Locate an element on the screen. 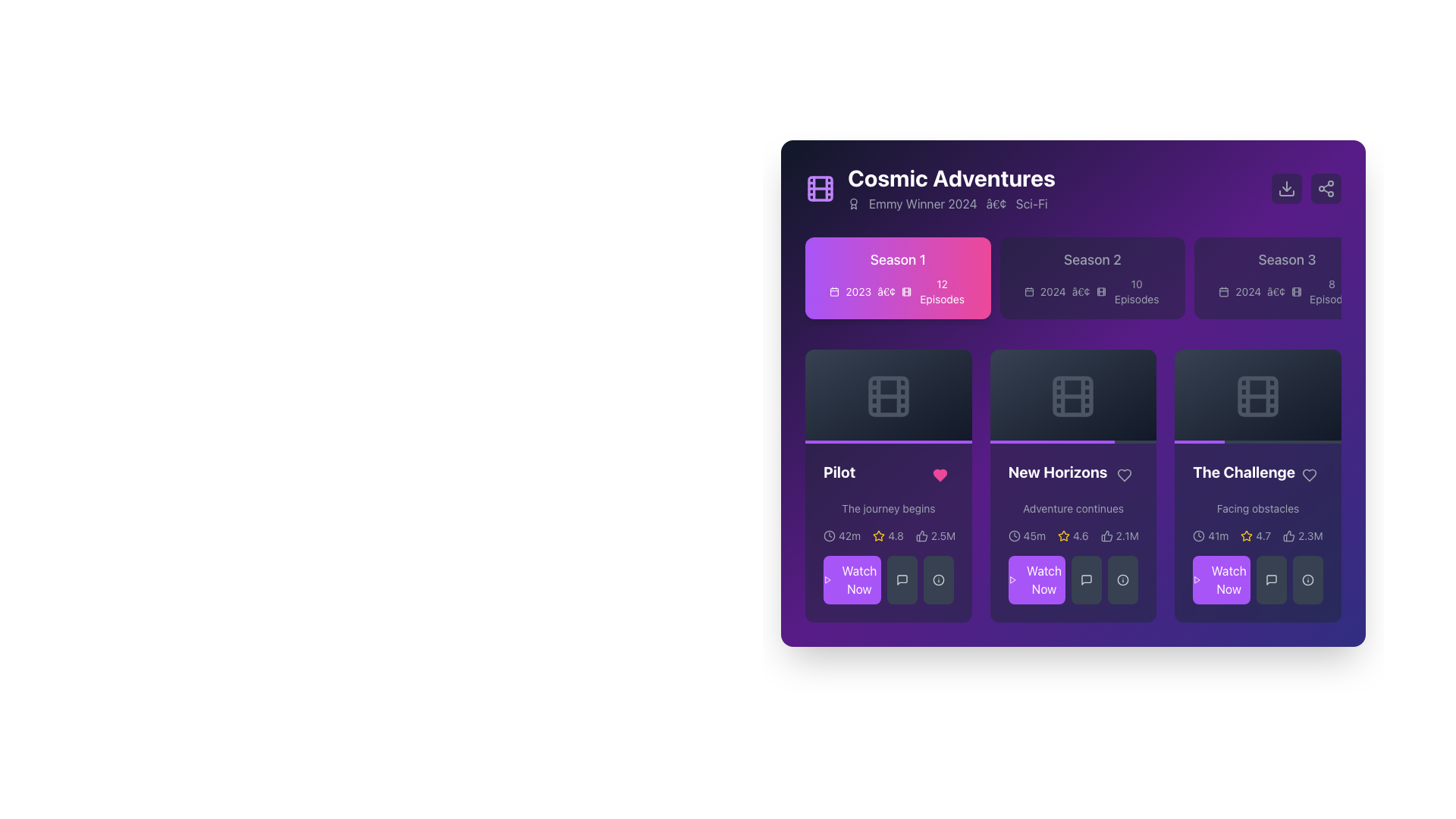  the download button located is located at coordinates (1306, 188).